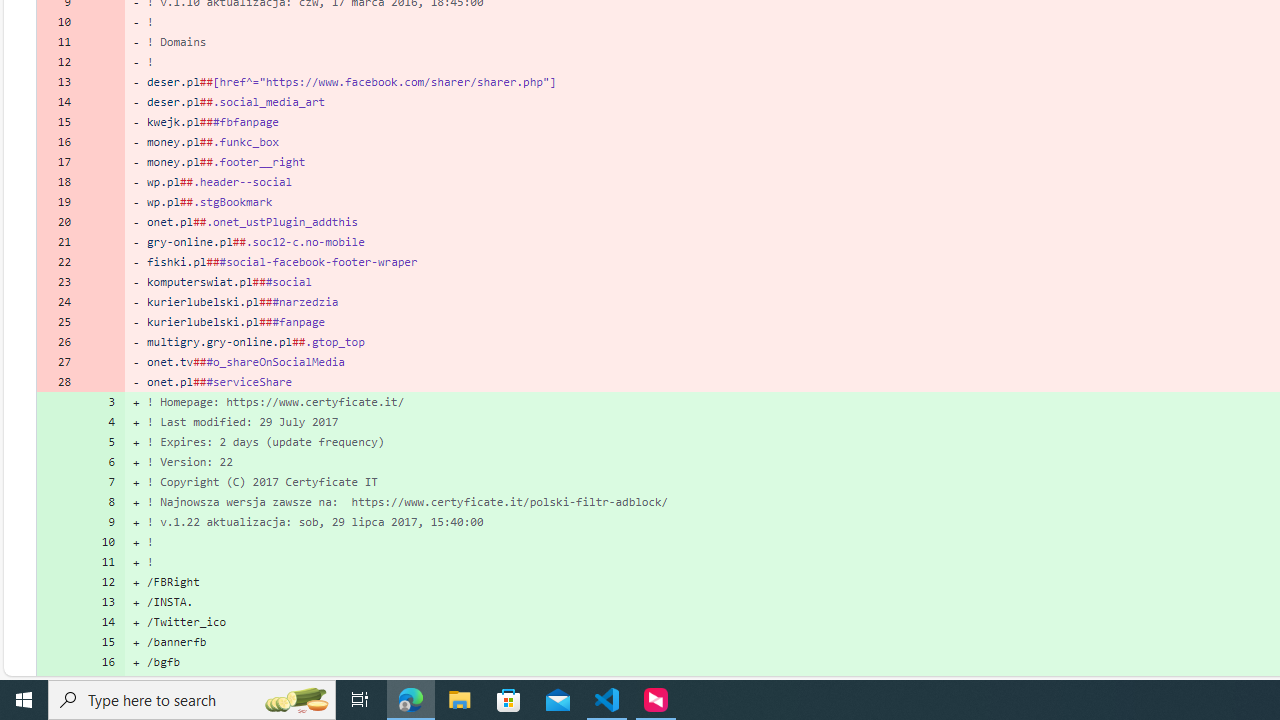  Describe the element at coordinates (102, 621) in the screenshot. I see `'14'` at that location.